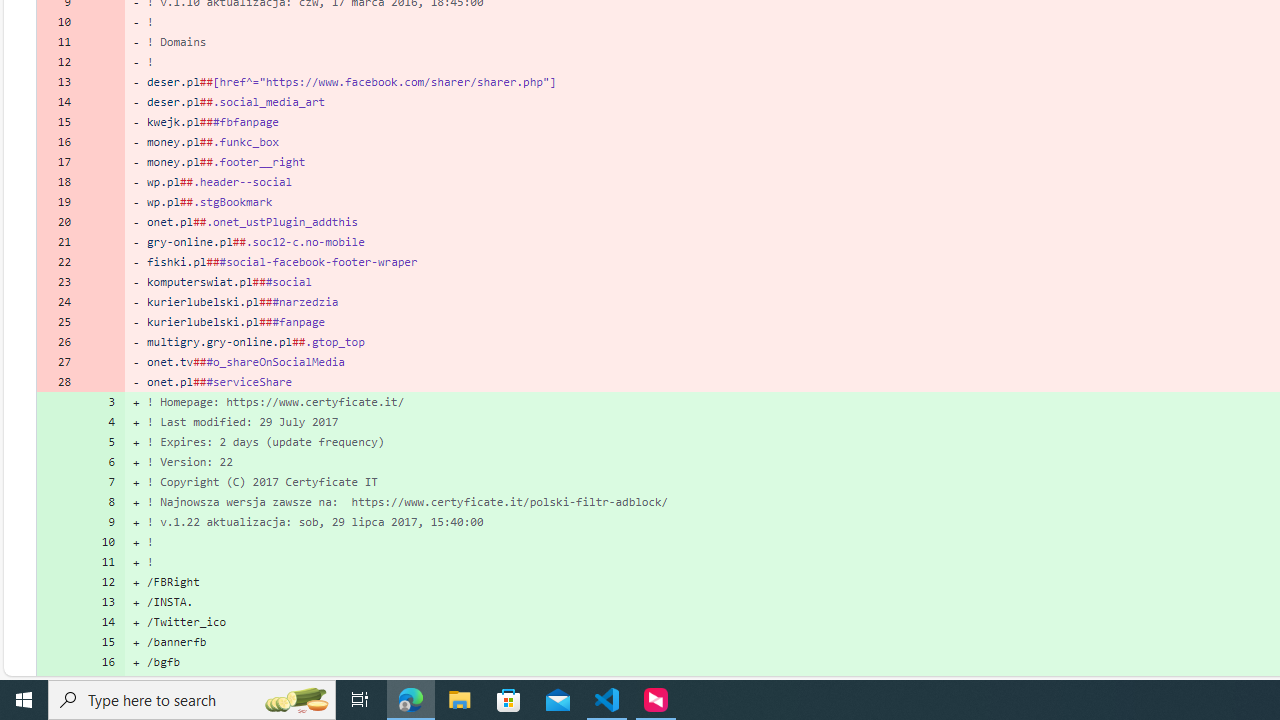  Describe the element at coordinates (102, 621) in the screenshot. I see `'14'` at that location.